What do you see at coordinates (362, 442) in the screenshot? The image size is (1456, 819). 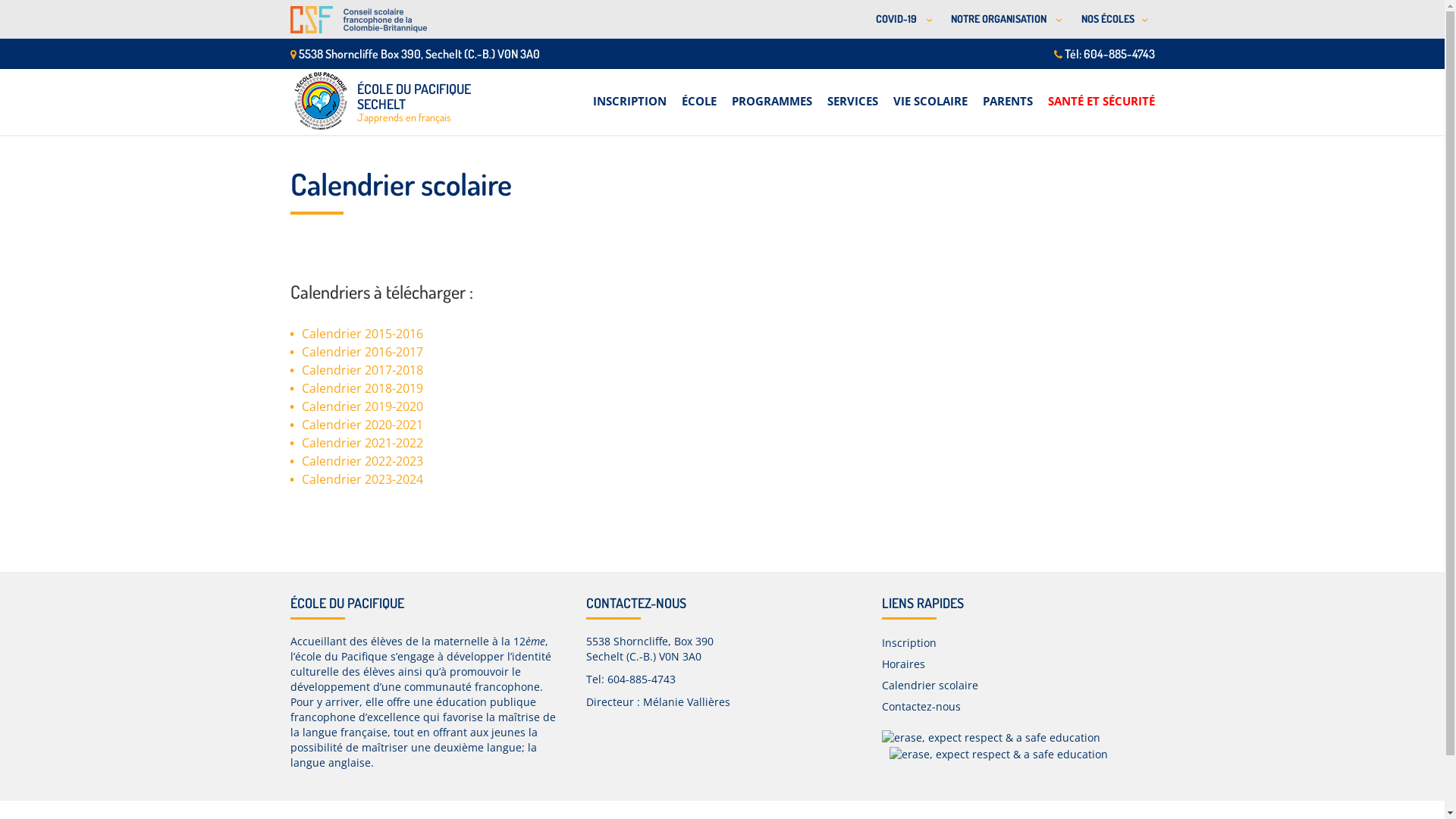 I see `'Calendrier 2021-2022'` at bounding box center [362, 442].